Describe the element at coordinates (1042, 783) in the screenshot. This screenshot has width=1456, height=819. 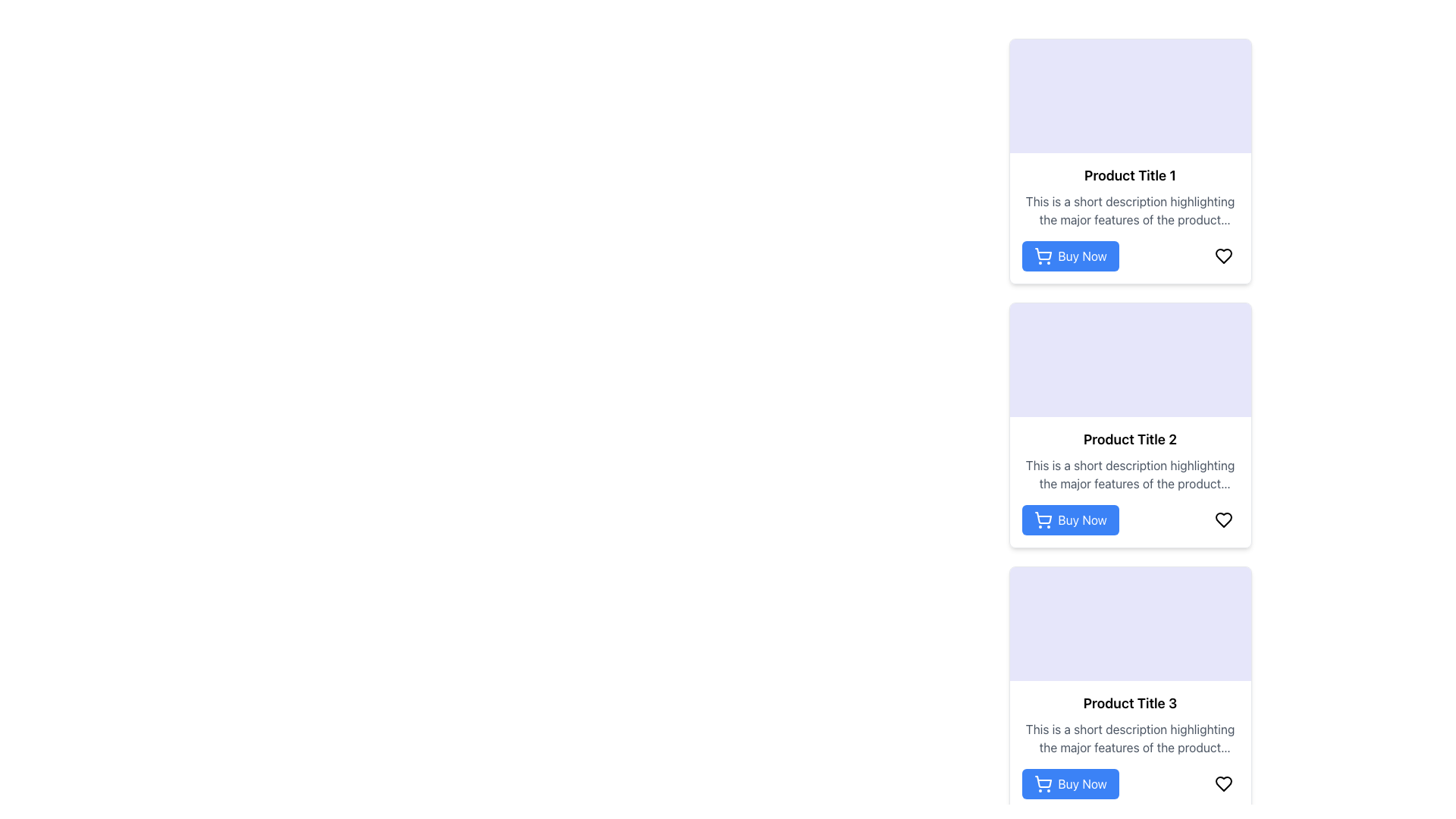
I see `the 'Buy Now' button containing the small shopping cart icon located in the third product card from the top in the right-hand column` at that location.